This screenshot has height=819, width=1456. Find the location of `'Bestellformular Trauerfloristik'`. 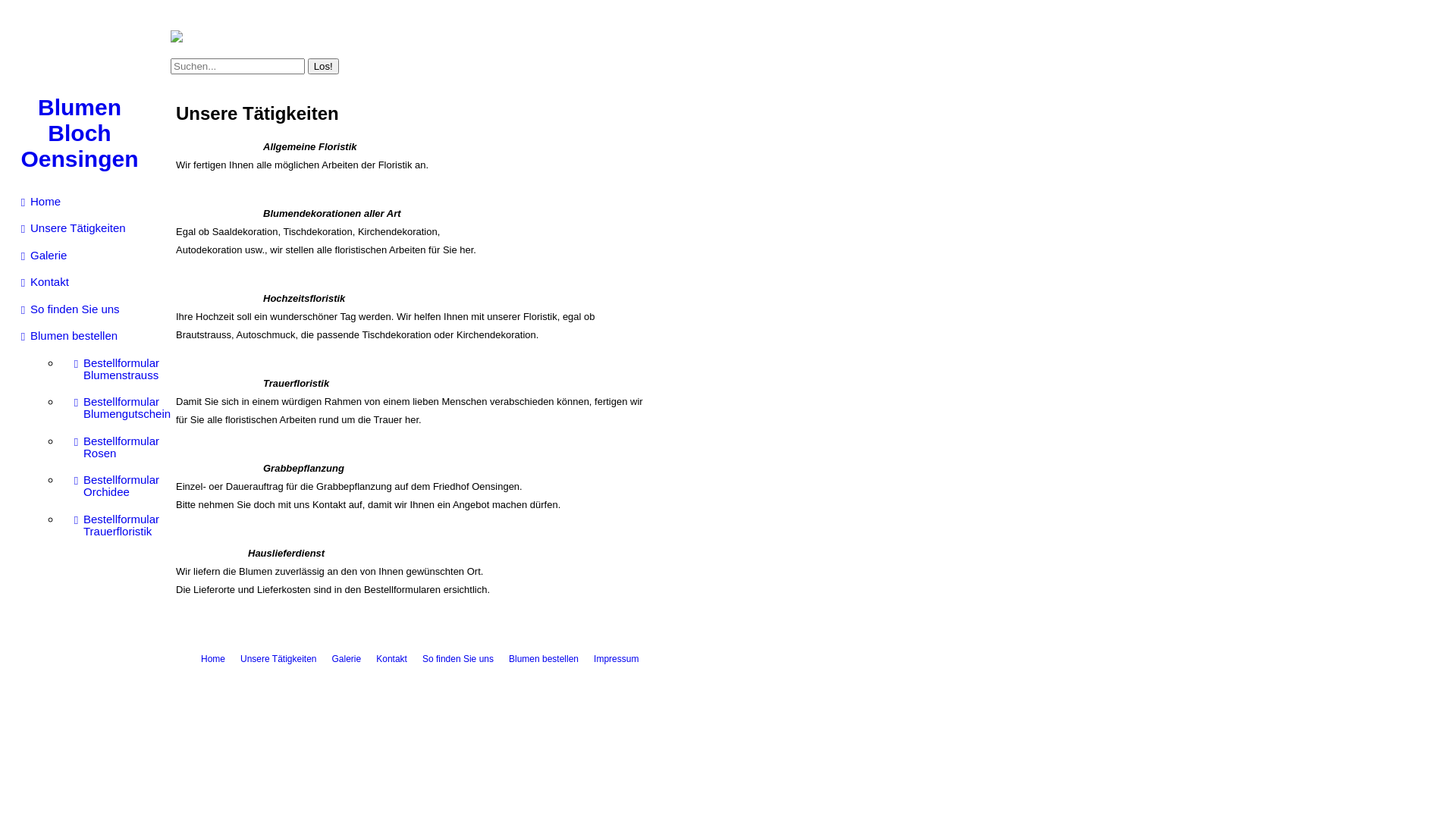

'Bestellformular Trauerfloristik' is located at coordinates (112, 525).